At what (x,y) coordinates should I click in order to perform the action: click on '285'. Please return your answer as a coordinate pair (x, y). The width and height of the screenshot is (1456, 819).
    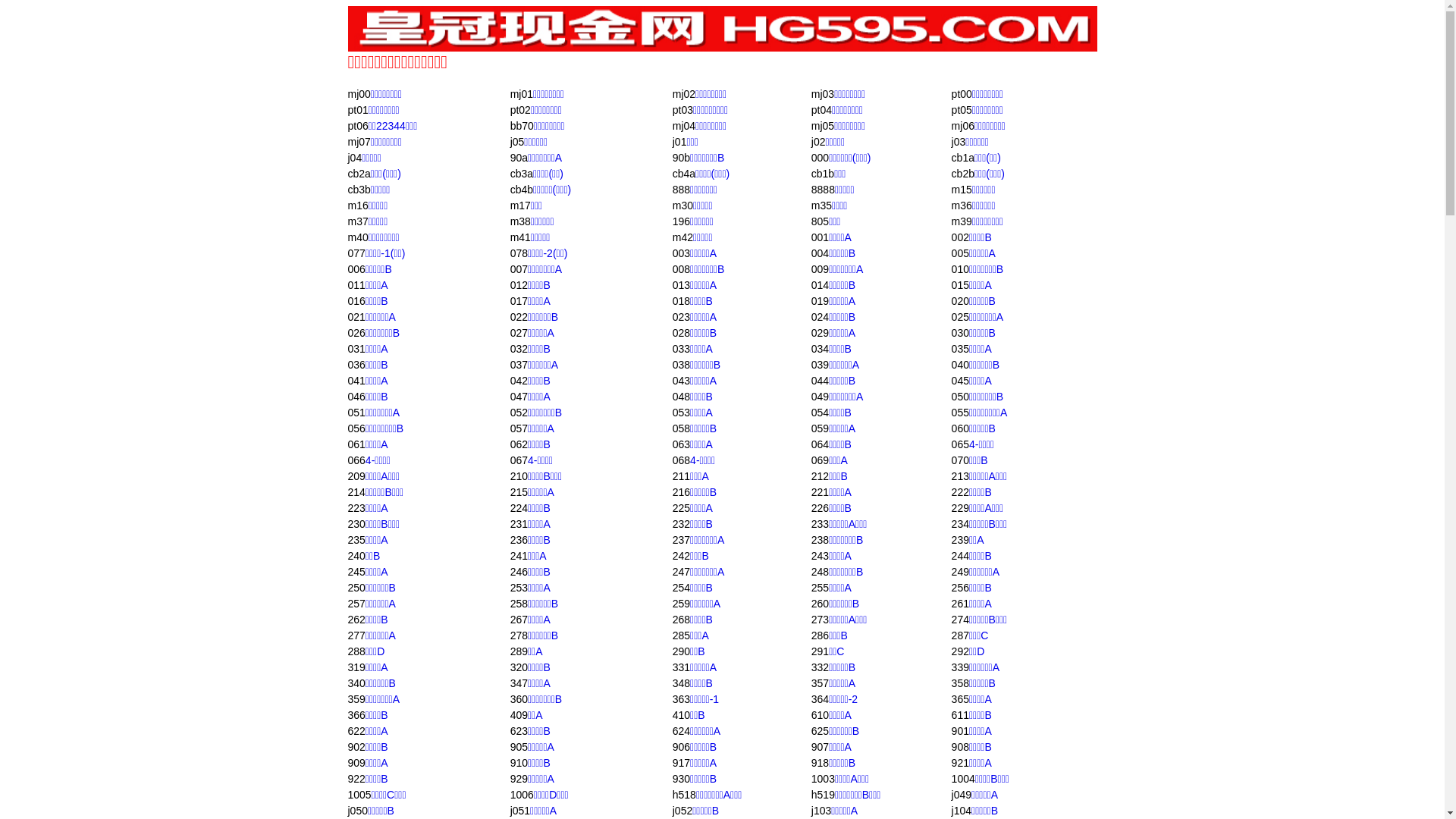
    Looking at the image, I should click on (680, 635).